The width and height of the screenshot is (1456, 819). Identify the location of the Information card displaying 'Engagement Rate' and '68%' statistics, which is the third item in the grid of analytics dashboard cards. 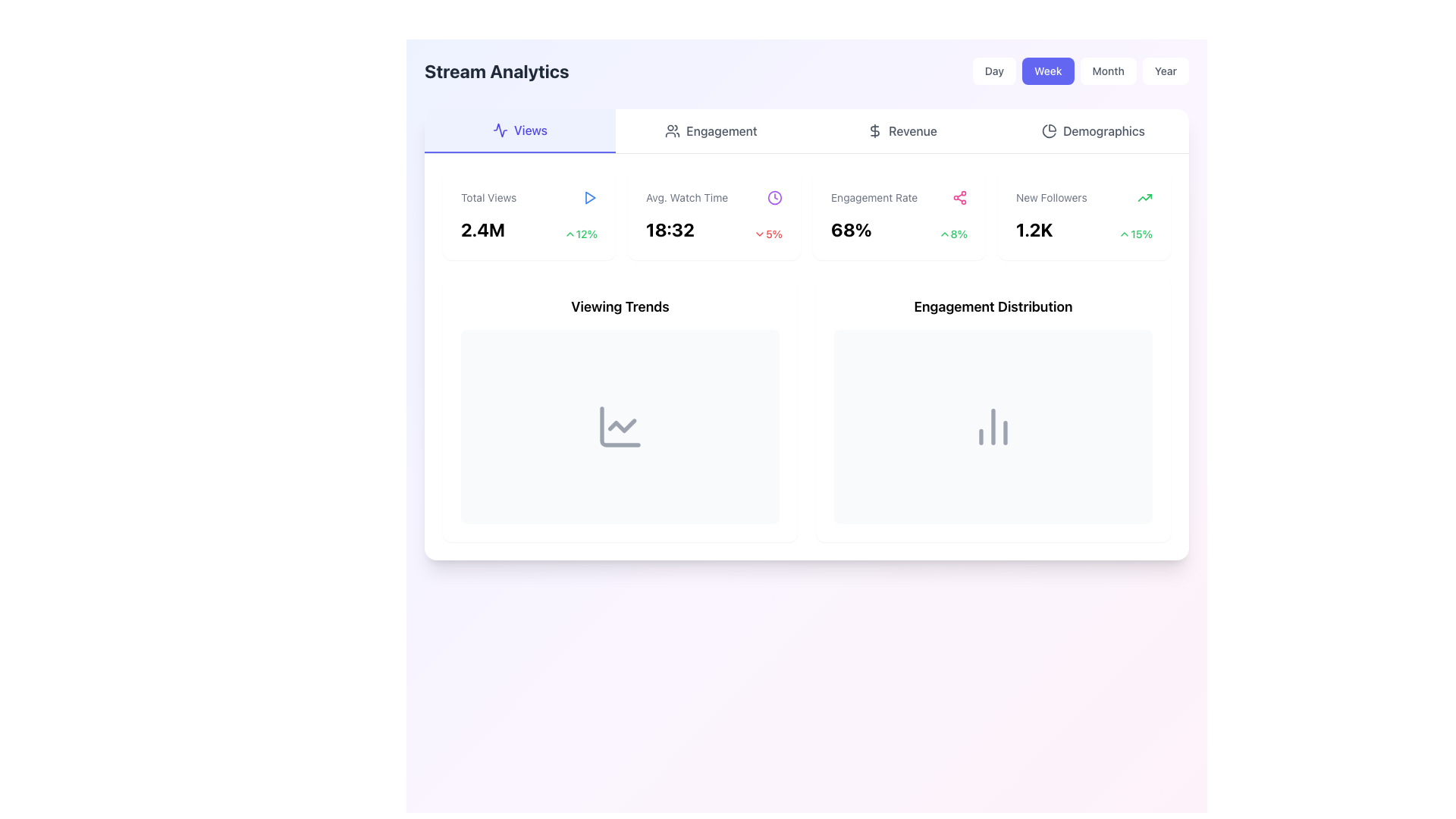
(806, 216).